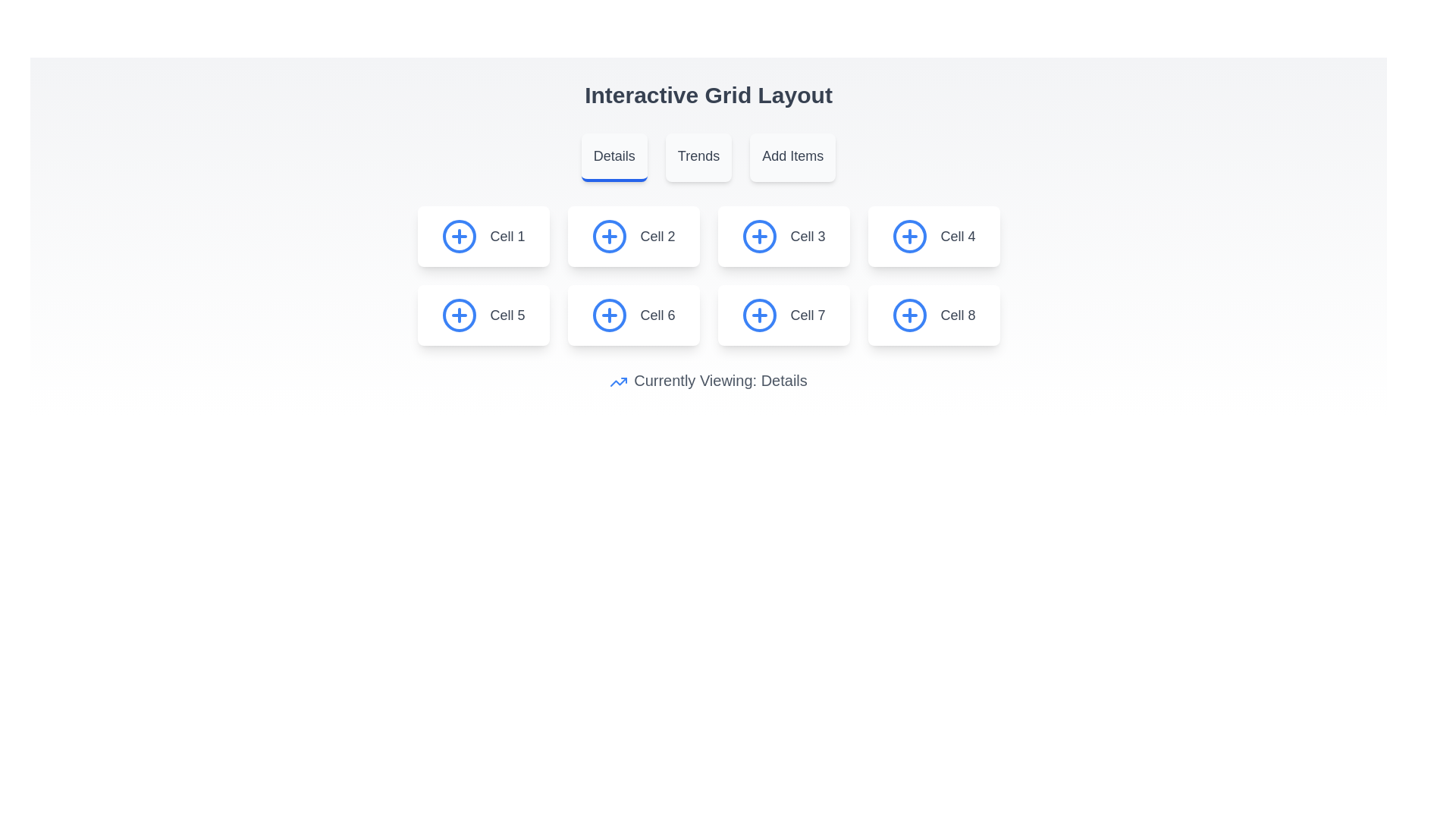 This screenshot has height=819, width=1456. What do you see at coordinates (459, 315) in the screenshot?
I see `the circular icon button with a blue plus sign located in the card labeled 'Cell 5' in the second row of the interactive grid layout` at bounding box center [459, 315].